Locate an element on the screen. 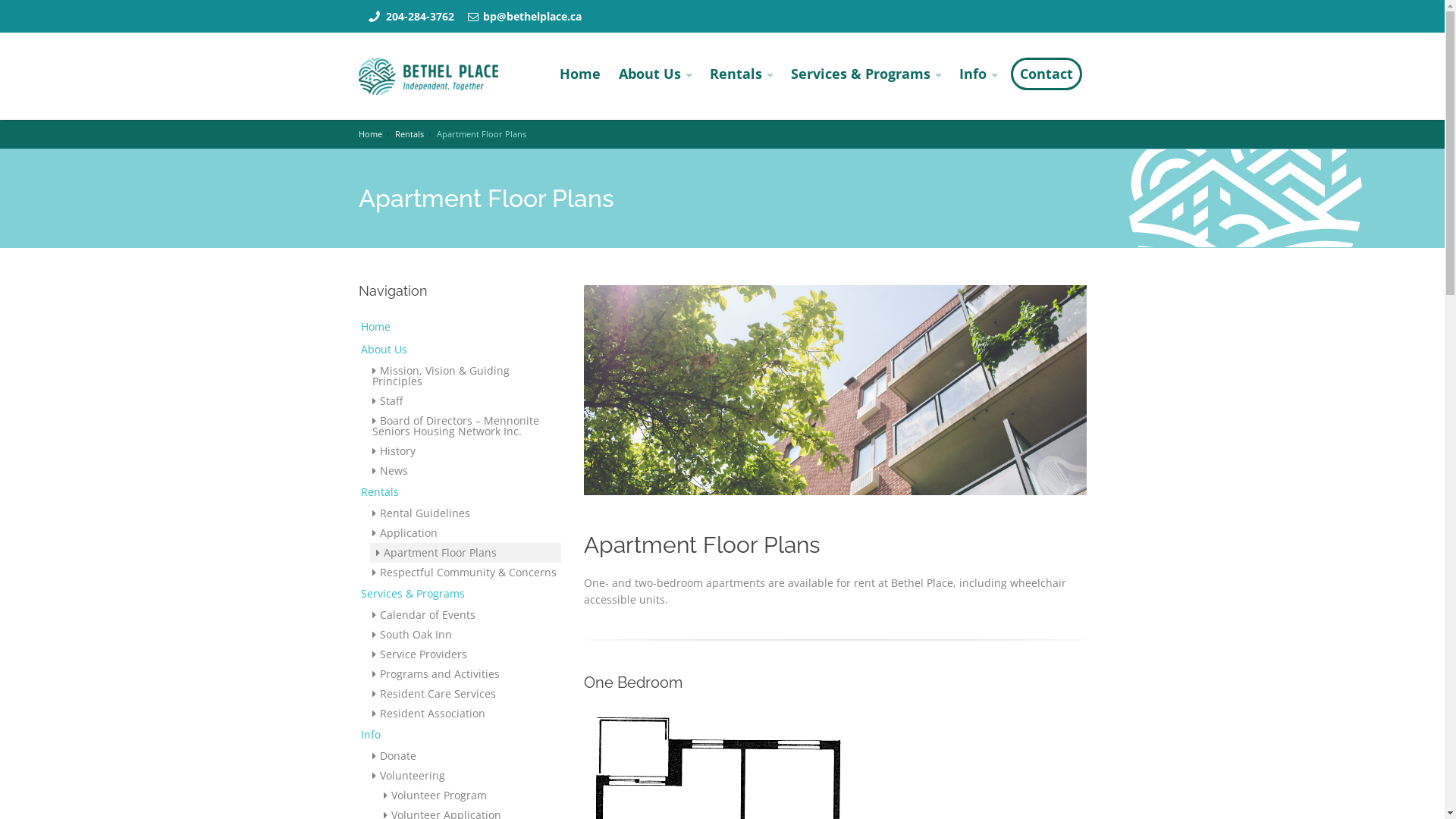 This screenshot has height=819, width=1456. 'Resident Association' is located at coordinates (370, 714).